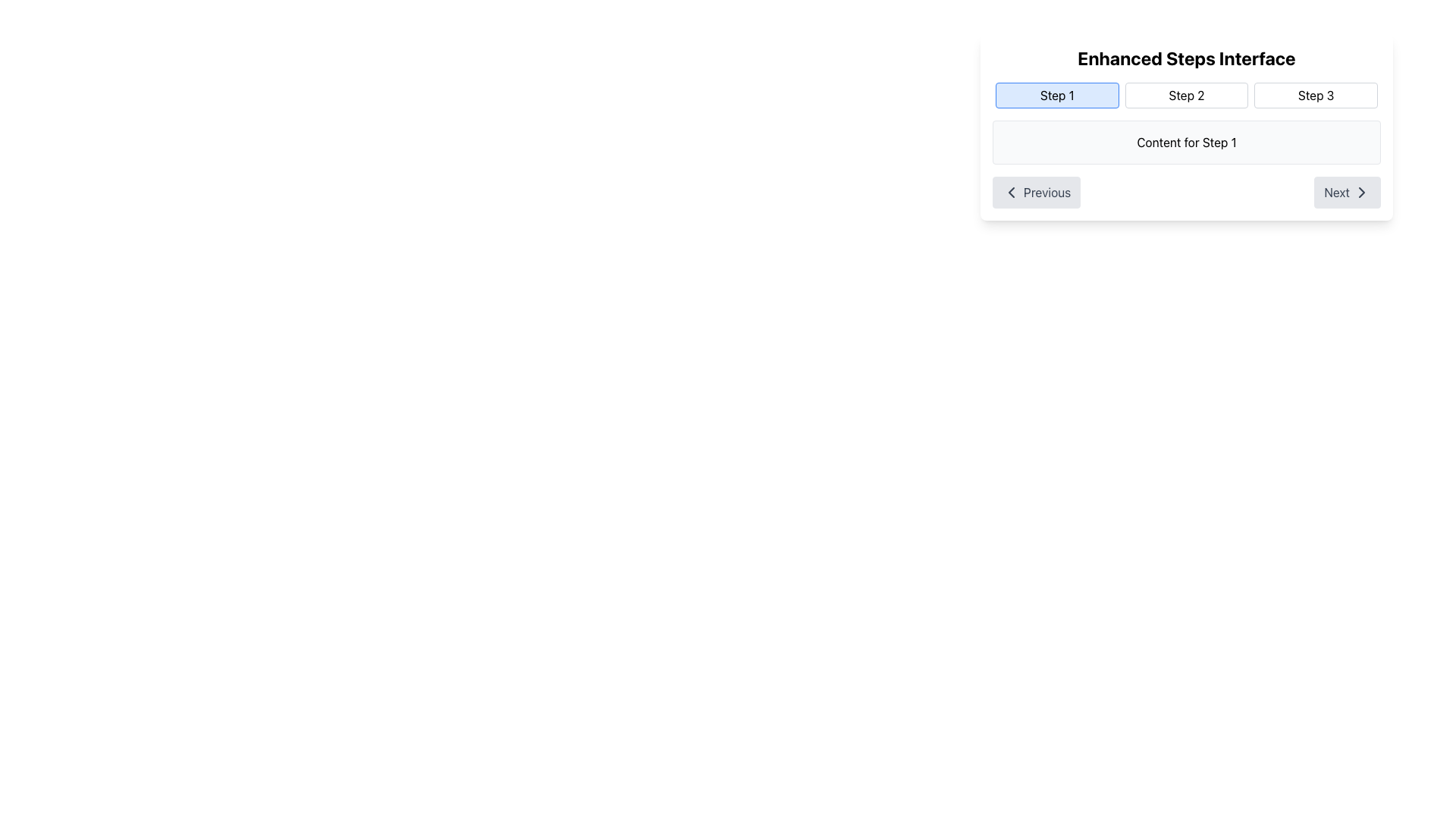 This screenshot has height=819, width=1456. What do you see at coordinates (1185, 96) in the screenshot?
I see `the 'Step 2' button, which is the second button in a horizontal step navigation interface` at bounding box center [1185, 96].